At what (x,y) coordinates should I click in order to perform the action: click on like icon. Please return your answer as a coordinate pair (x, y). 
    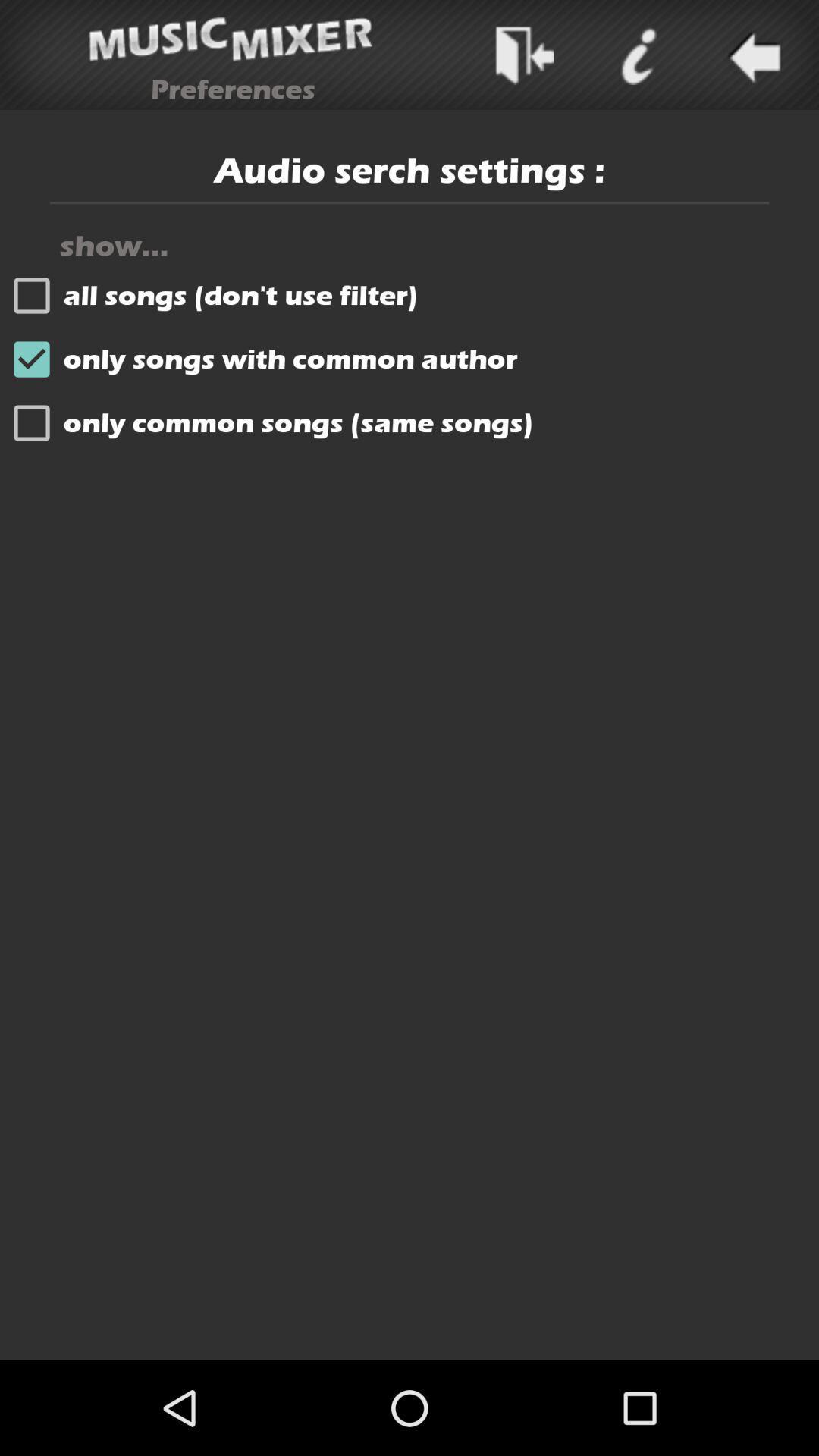
    Looking at the image, I should click on (638, 55).